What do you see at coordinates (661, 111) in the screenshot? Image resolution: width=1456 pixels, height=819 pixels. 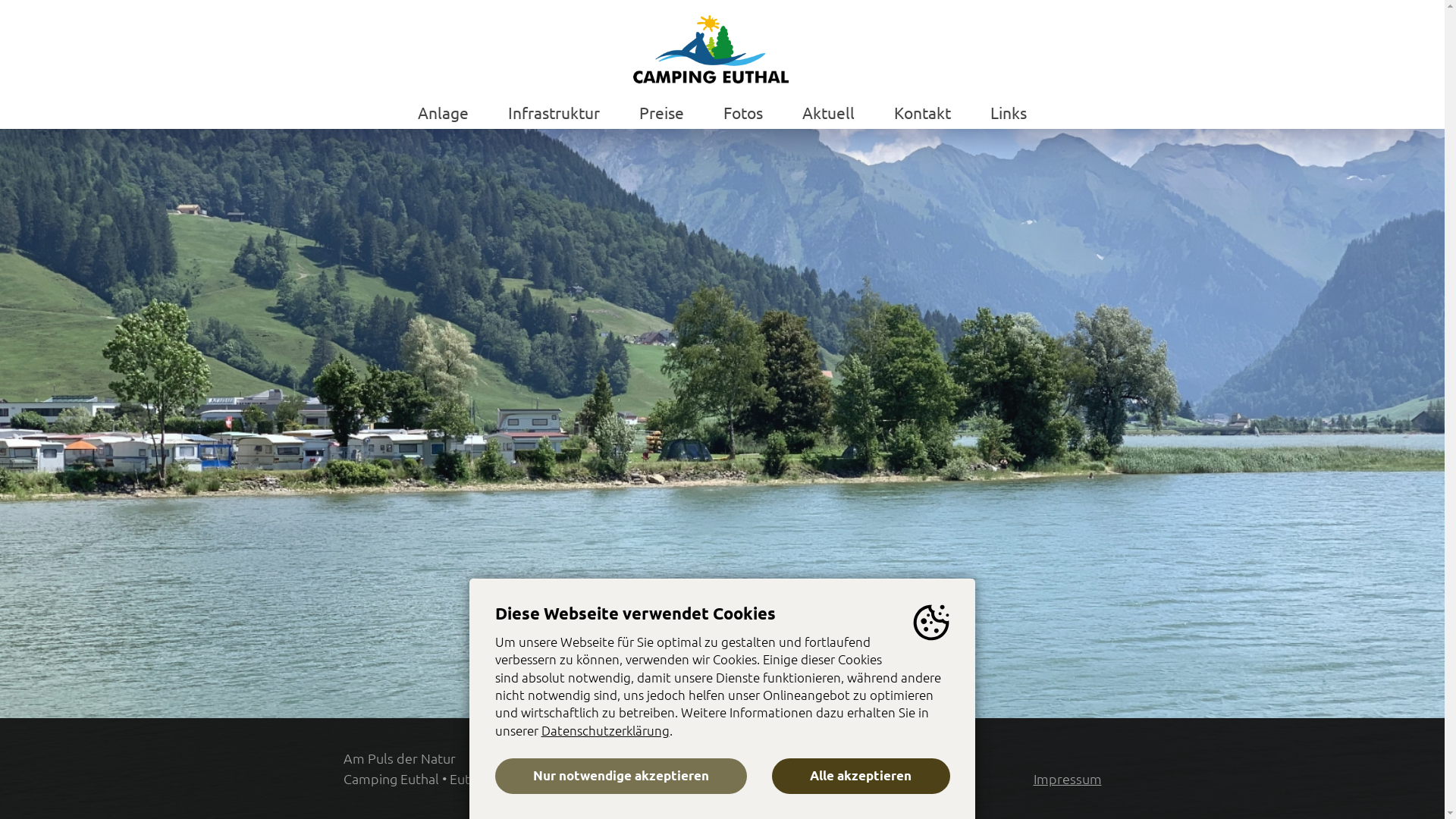 I see `'Preise'` at bounding box center [661, 111].